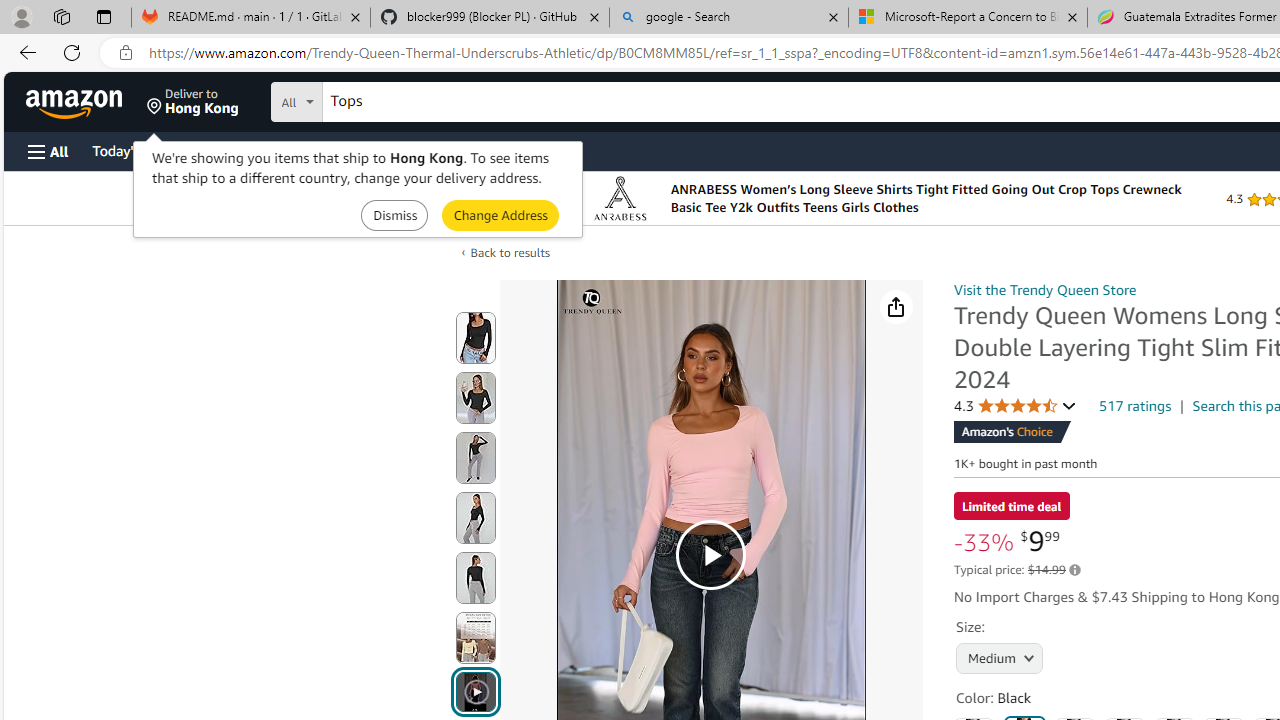 The image size is (1280, 720). What do you see at coordinates (193, 101) in the screenshot?
I see `'Deliver to Hong Kong'` at bounding box center [193, 101].